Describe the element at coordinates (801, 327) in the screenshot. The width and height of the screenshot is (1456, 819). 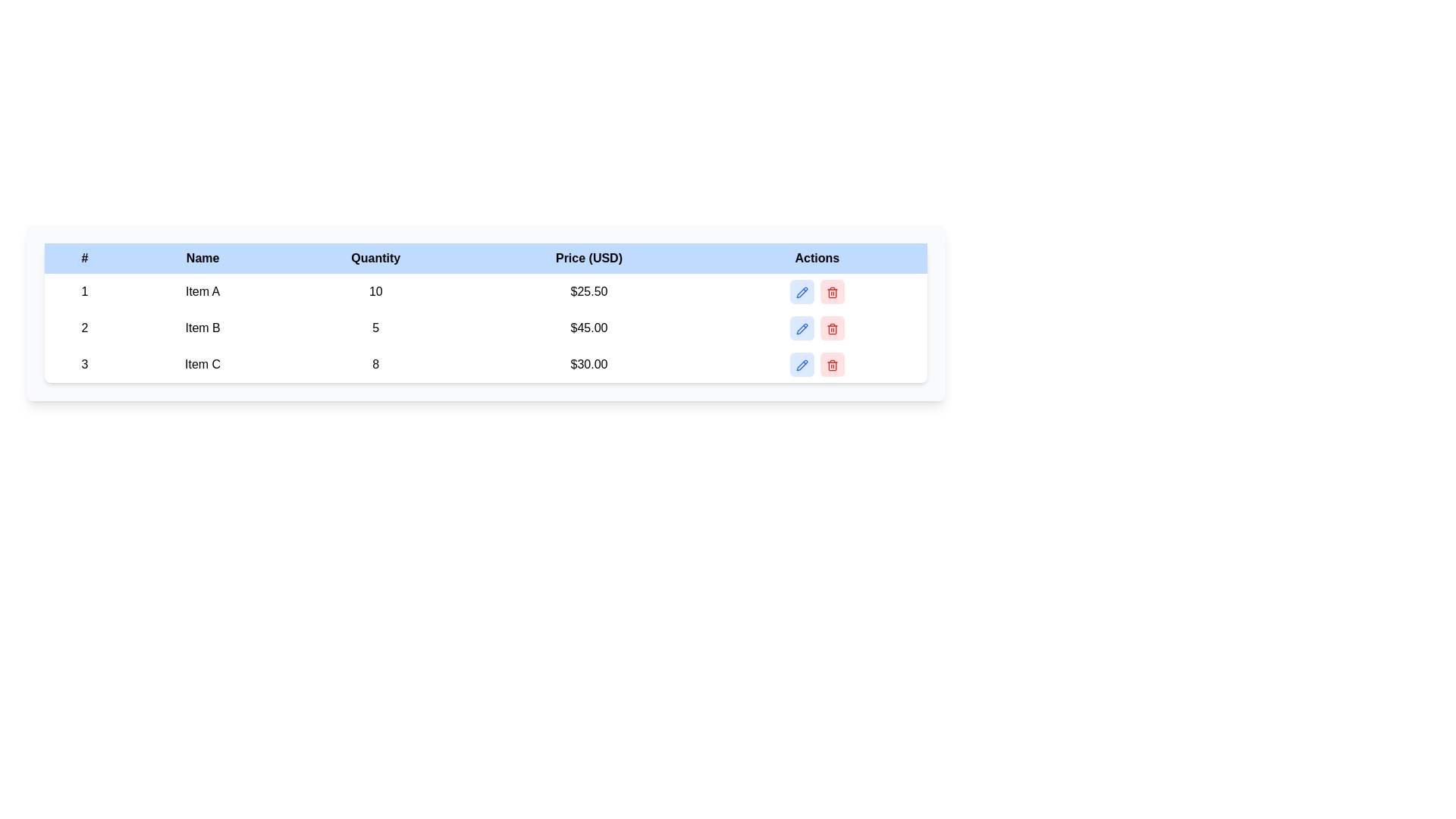
I see `the blue button with a pencil icon in the 'Actions' column of the second row to initiate an editing action` at that location.